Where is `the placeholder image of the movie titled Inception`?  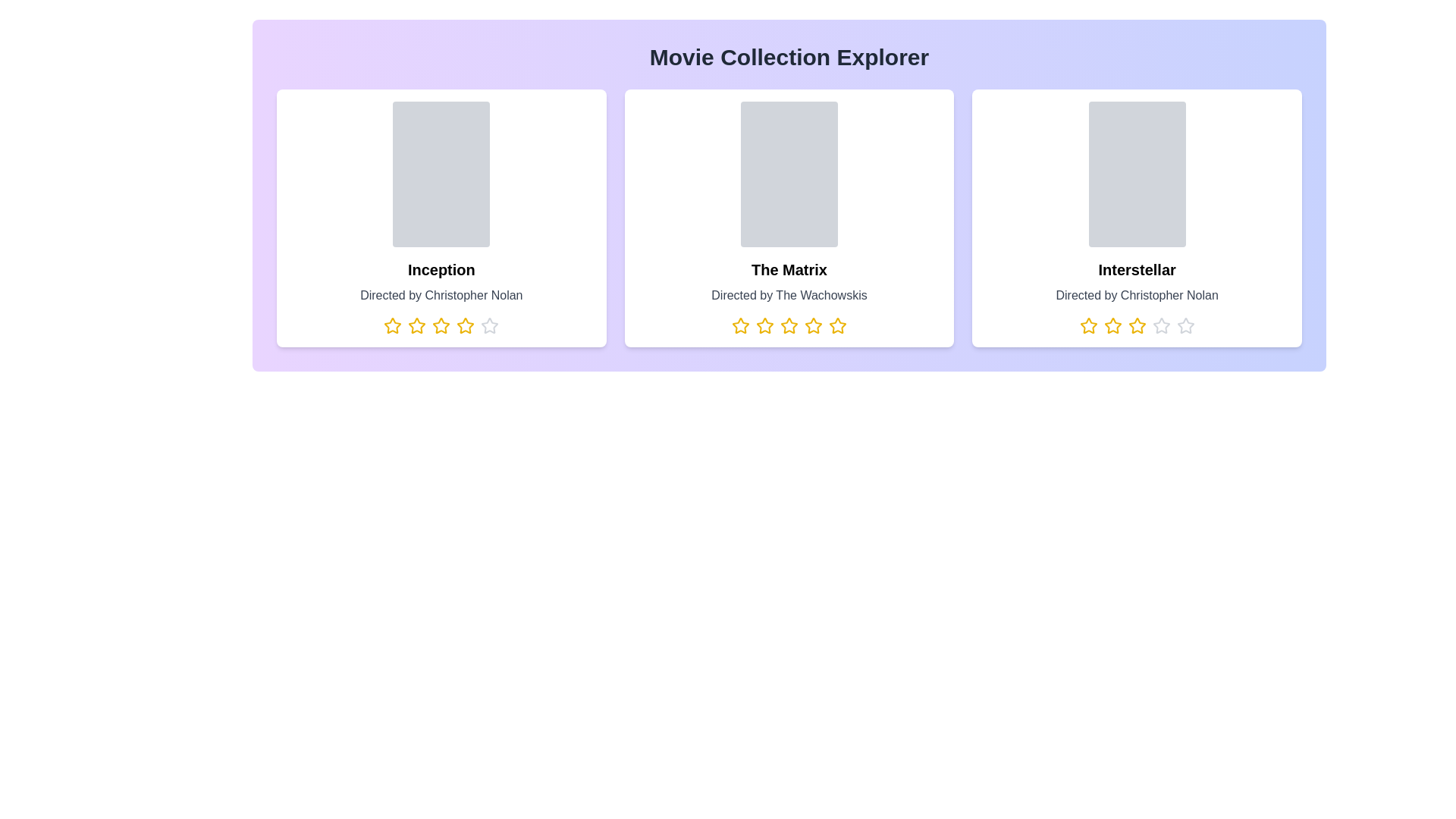
the placeholder image of the movie titled Inception is located at coordinates (440, 174).